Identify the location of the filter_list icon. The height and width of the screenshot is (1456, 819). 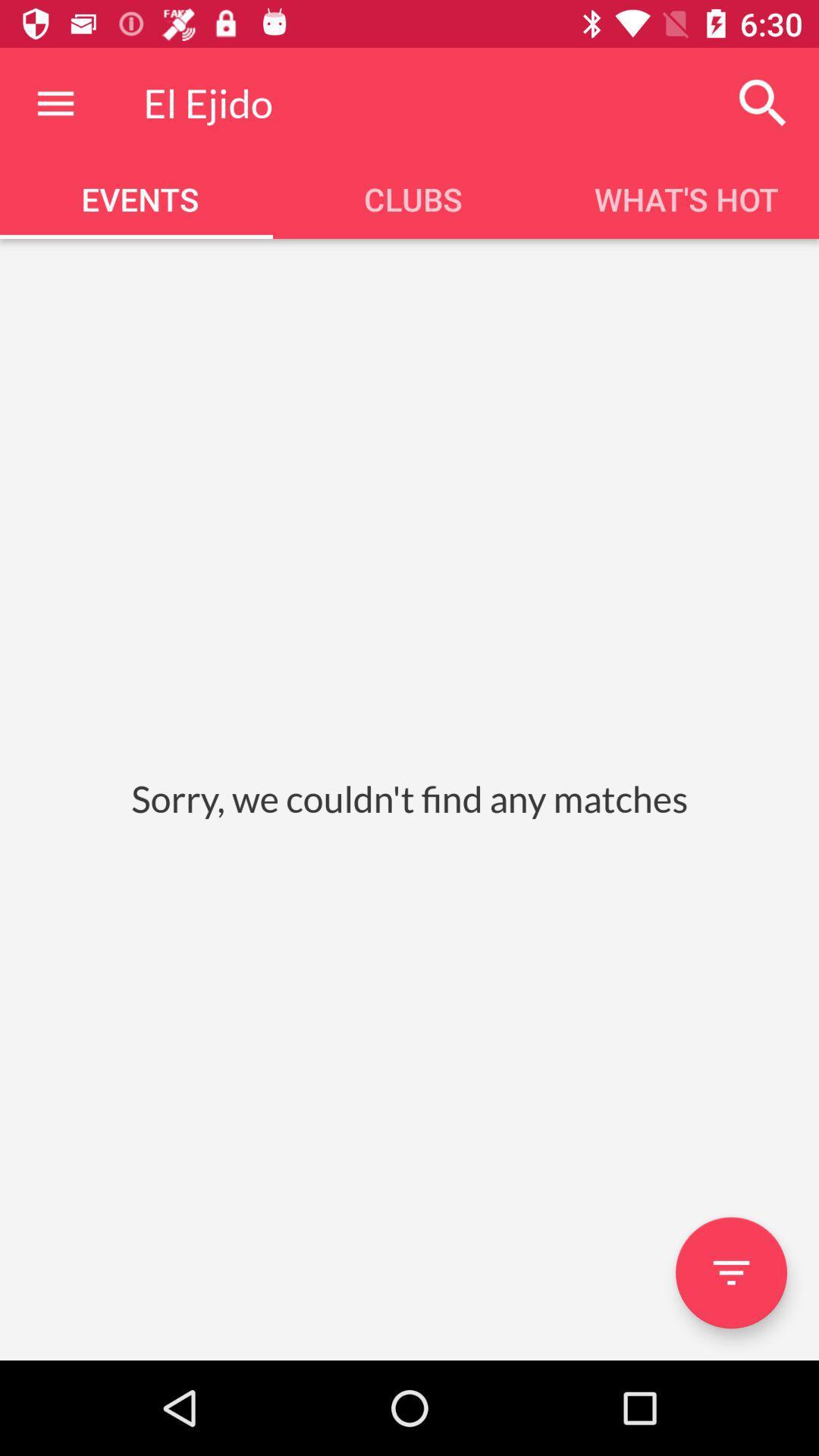
(730, 1272).